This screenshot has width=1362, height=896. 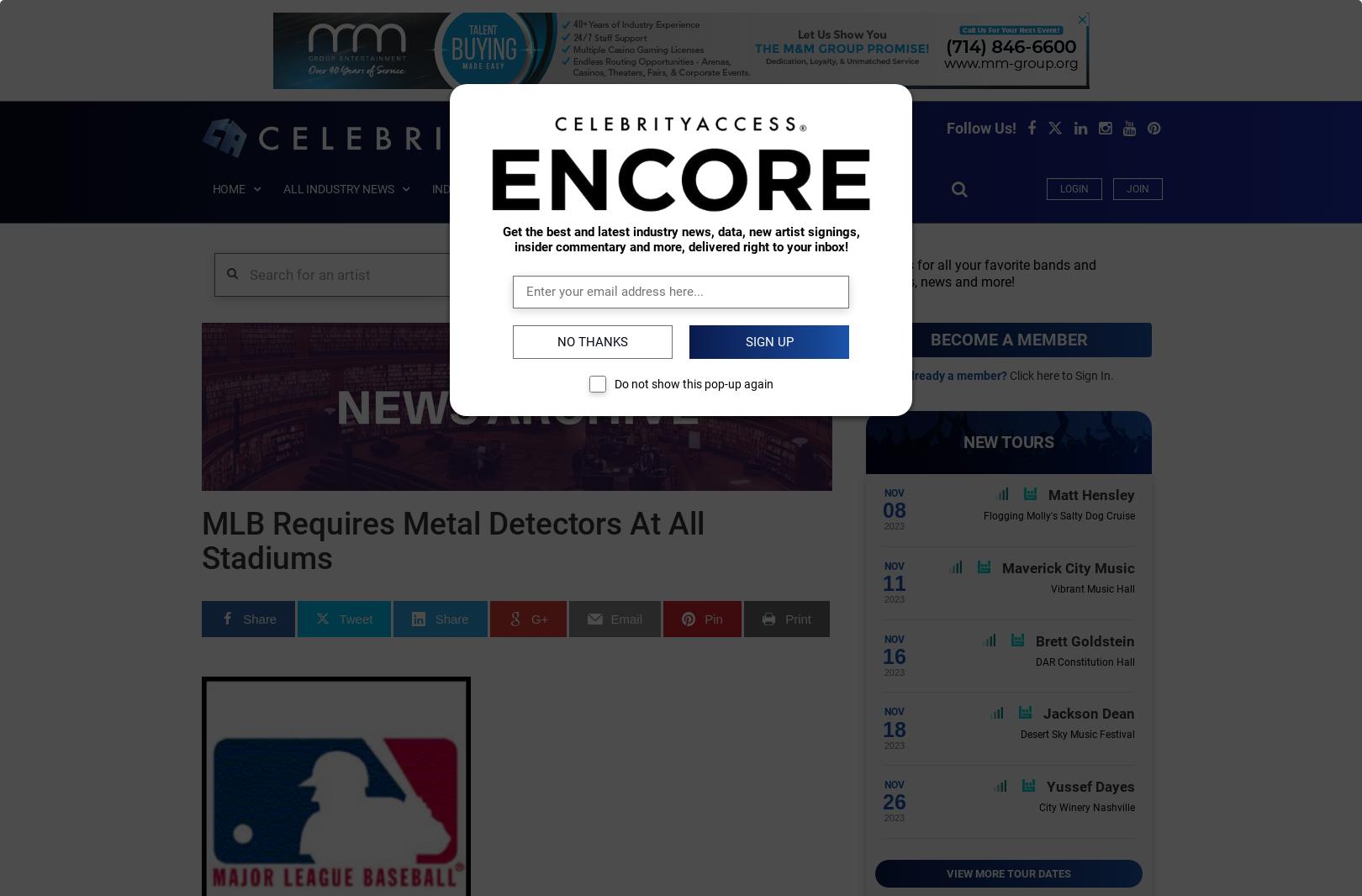 I want to click on 'Industry Insider', so click(x=481, y=188).